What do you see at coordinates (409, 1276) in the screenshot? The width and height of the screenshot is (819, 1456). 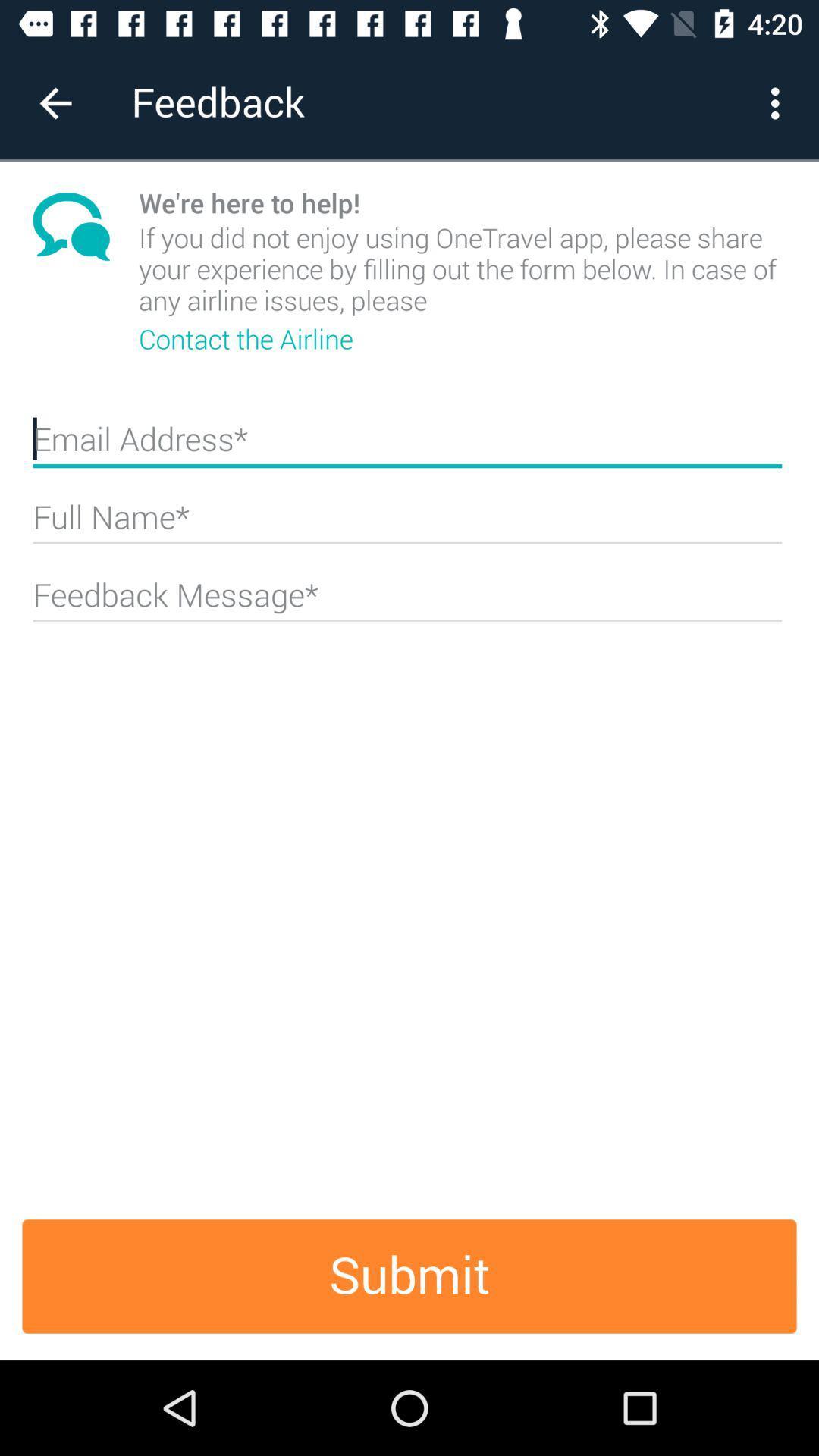 I see `submit button shown at the bottom of the page` at bounding box center [409, 1276].